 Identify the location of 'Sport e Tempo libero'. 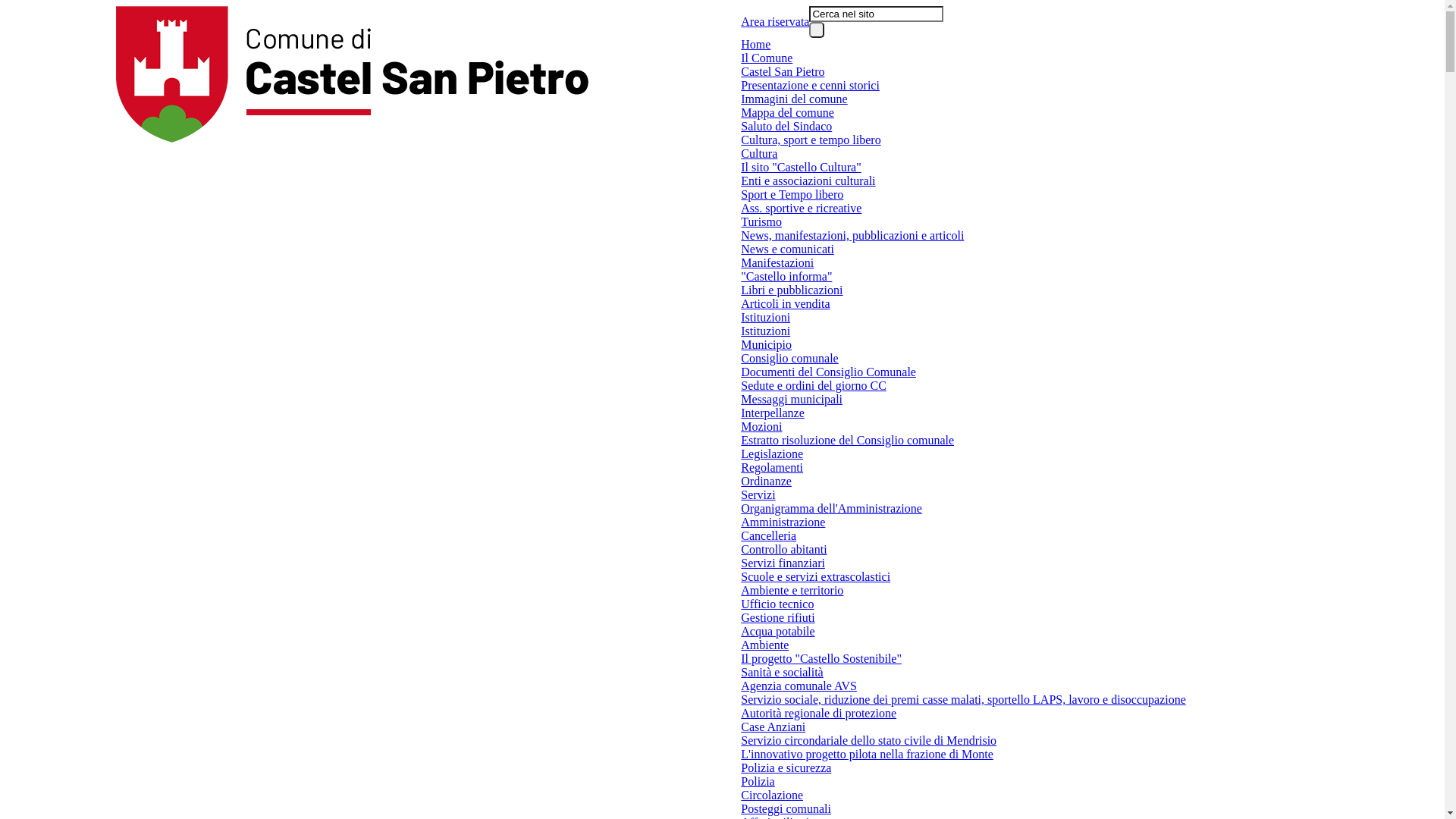
(791, 194).